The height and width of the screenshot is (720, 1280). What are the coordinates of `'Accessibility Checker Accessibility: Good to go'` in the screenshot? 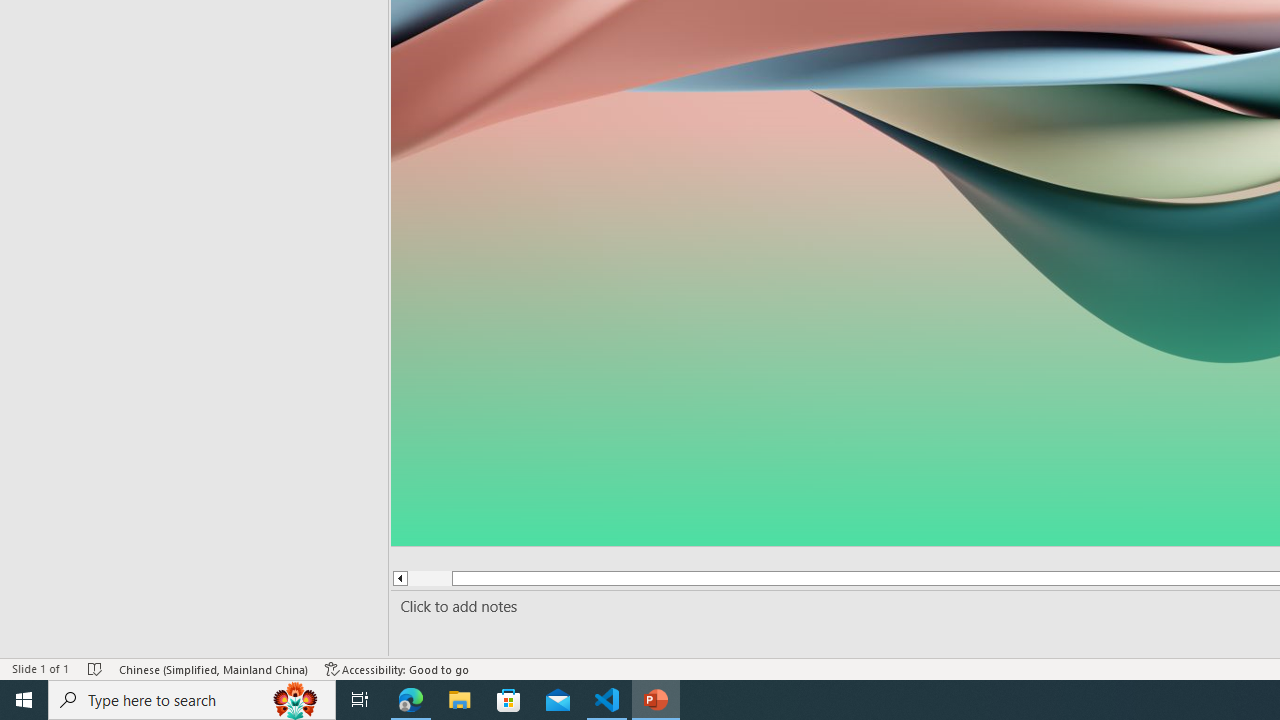 It's located at (397, 669).